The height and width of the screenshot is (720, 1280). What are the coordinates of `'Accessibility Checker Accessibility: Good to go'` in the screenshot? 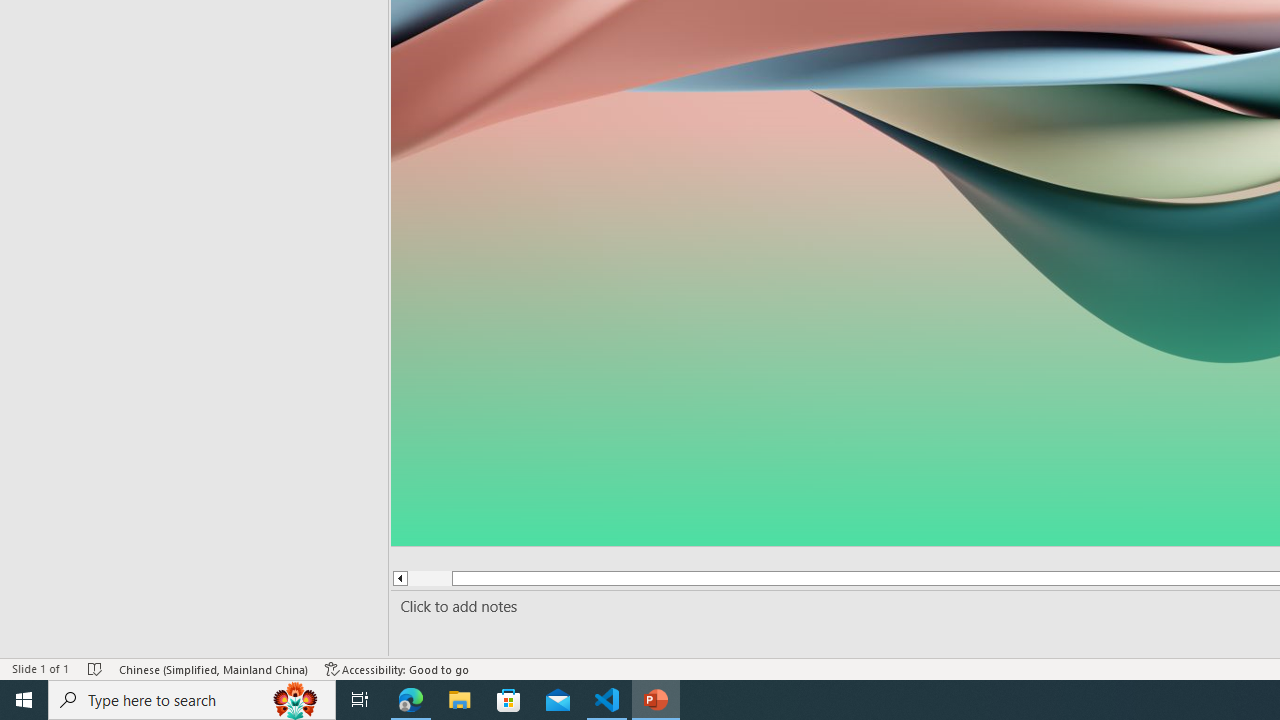 It's located at (397, 669).